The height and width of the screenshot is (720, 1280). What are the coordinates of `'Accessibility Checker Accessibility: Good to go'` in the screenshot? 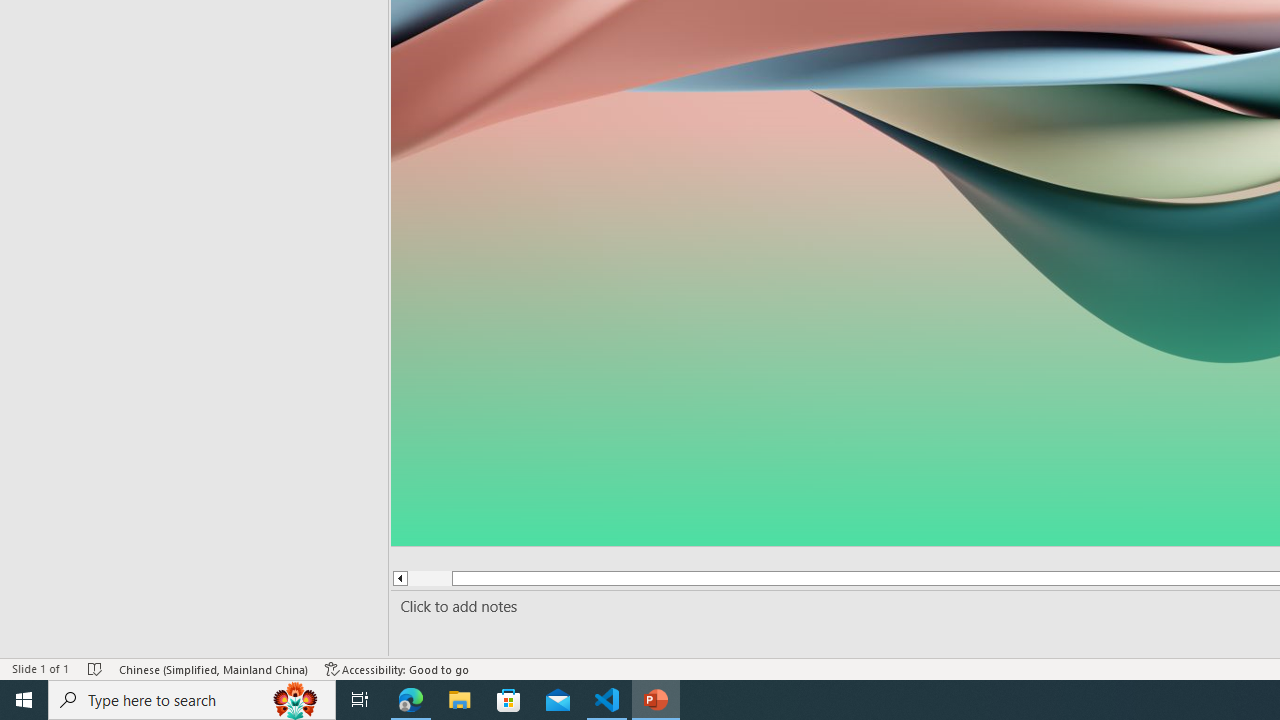 It's located at (397, 669).